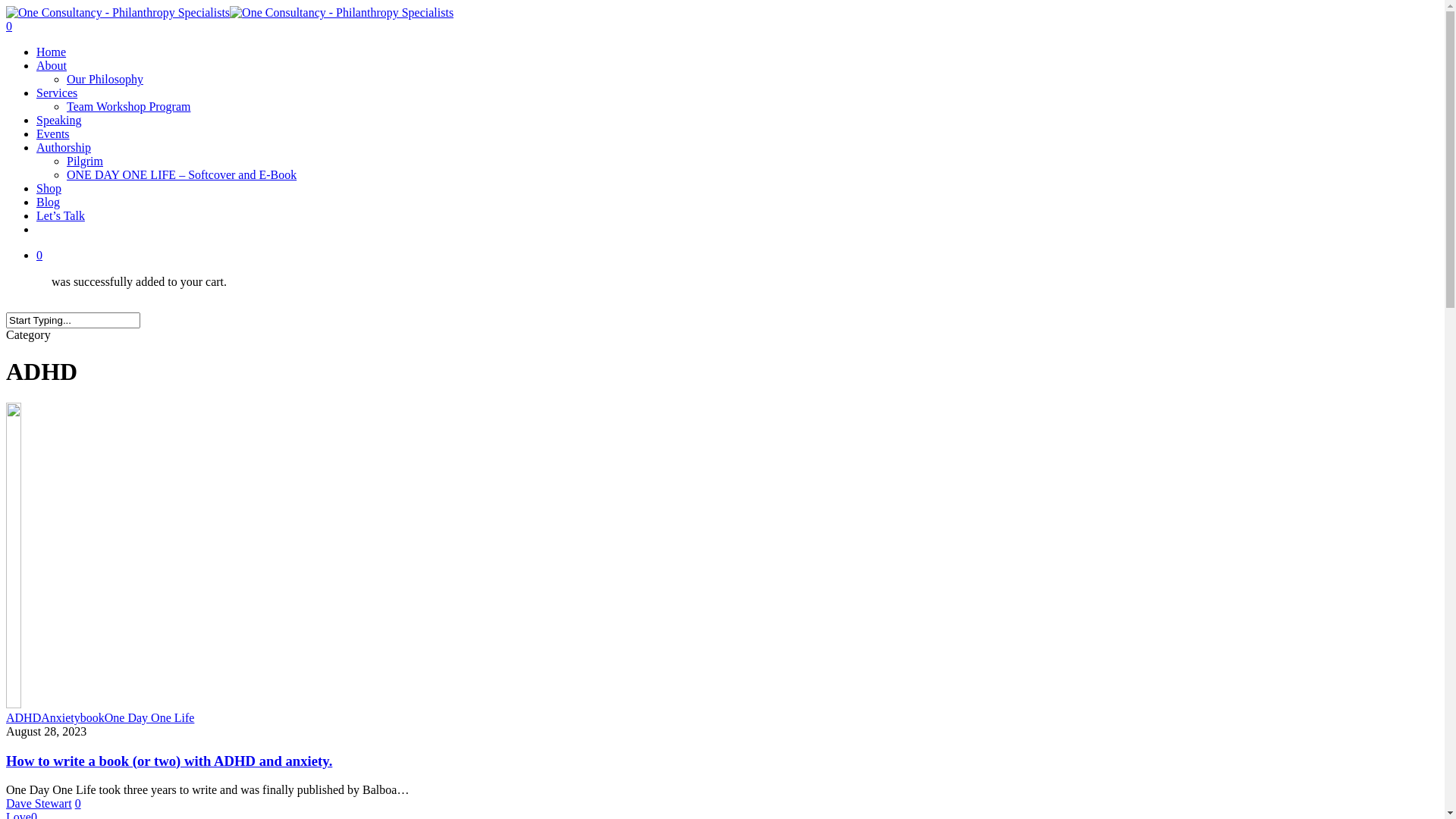  What do you see at coordinates (1414, 29) in the screenshot?
I see `'Close Menu'` at bounding box center [1414, 29].